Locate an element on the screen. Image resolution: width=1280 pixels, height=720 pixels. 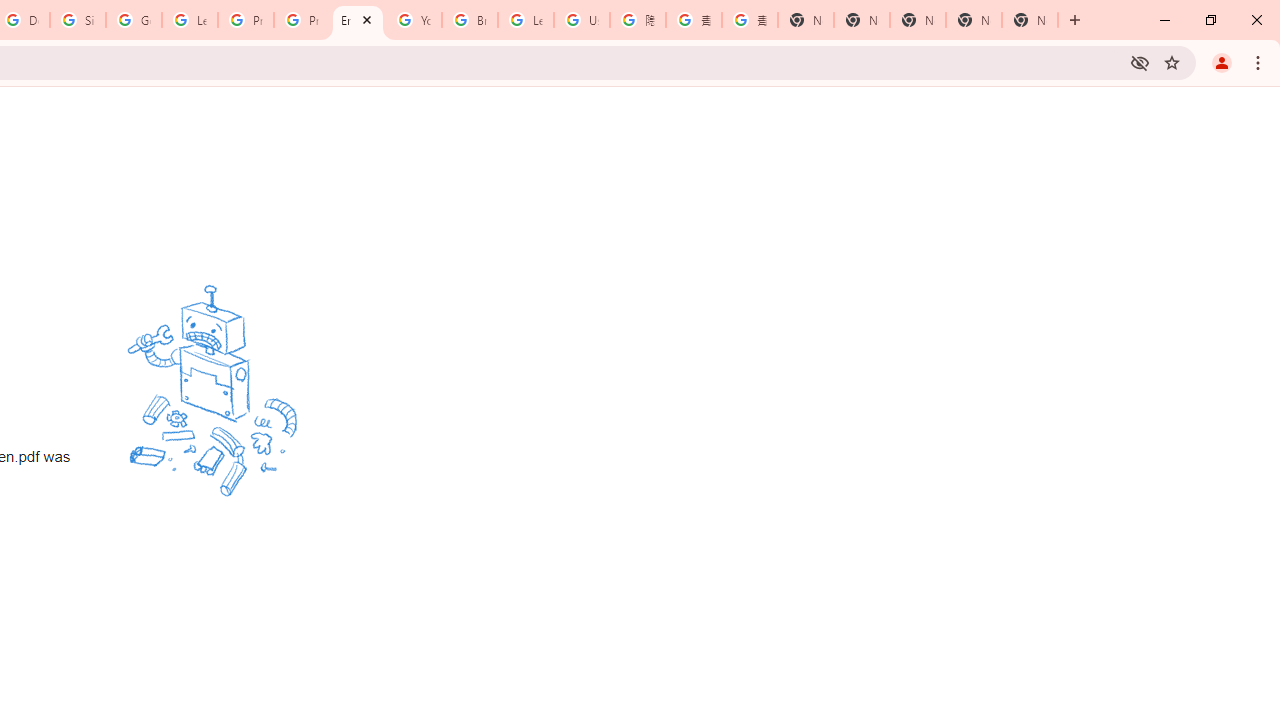
'Privacy Help Center - Policies Help' is located at coordinates (244, 20).